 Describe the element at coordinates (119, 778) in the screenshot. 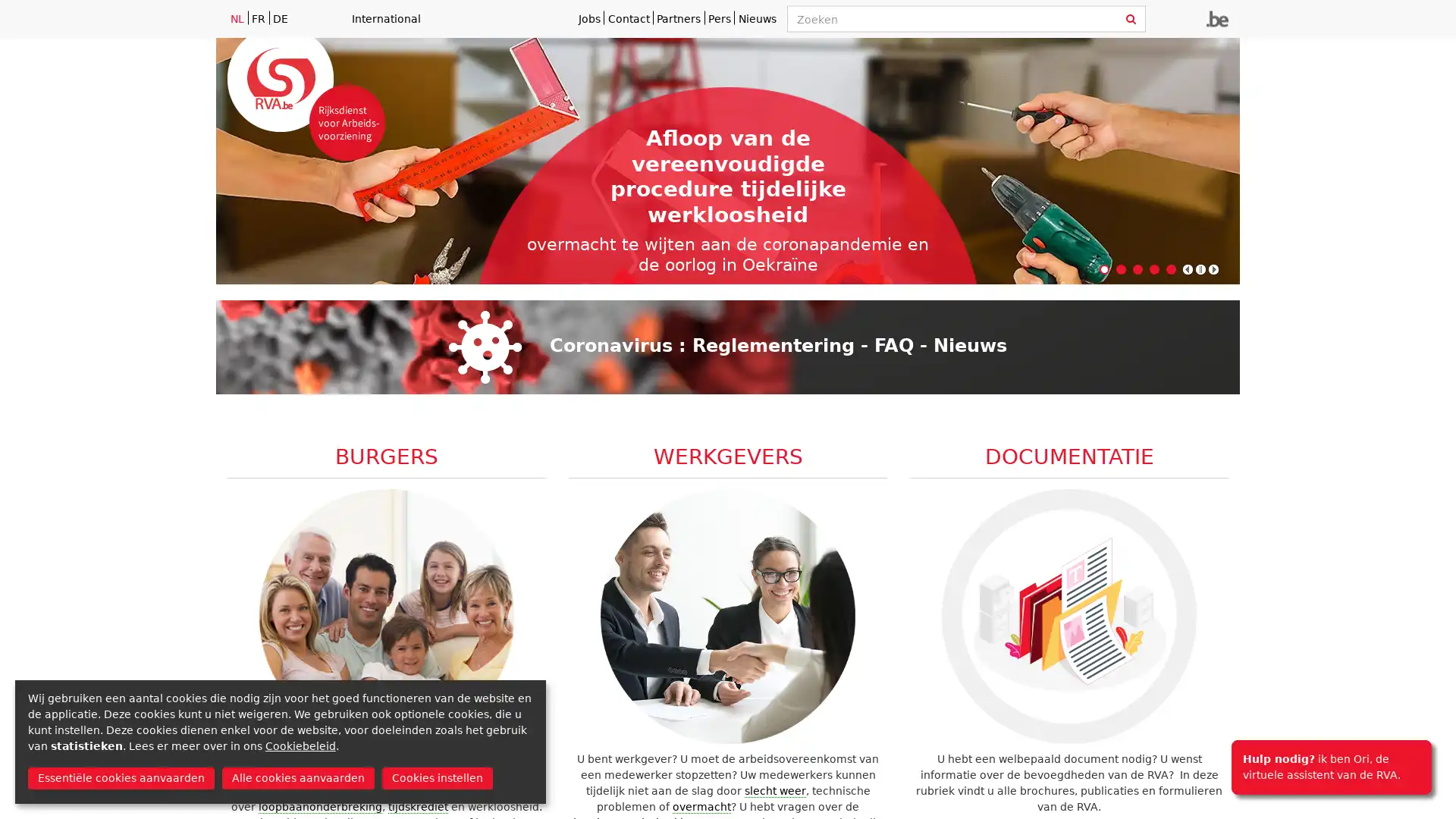

I see `Essentiele cookies aanvaarden` at that location.